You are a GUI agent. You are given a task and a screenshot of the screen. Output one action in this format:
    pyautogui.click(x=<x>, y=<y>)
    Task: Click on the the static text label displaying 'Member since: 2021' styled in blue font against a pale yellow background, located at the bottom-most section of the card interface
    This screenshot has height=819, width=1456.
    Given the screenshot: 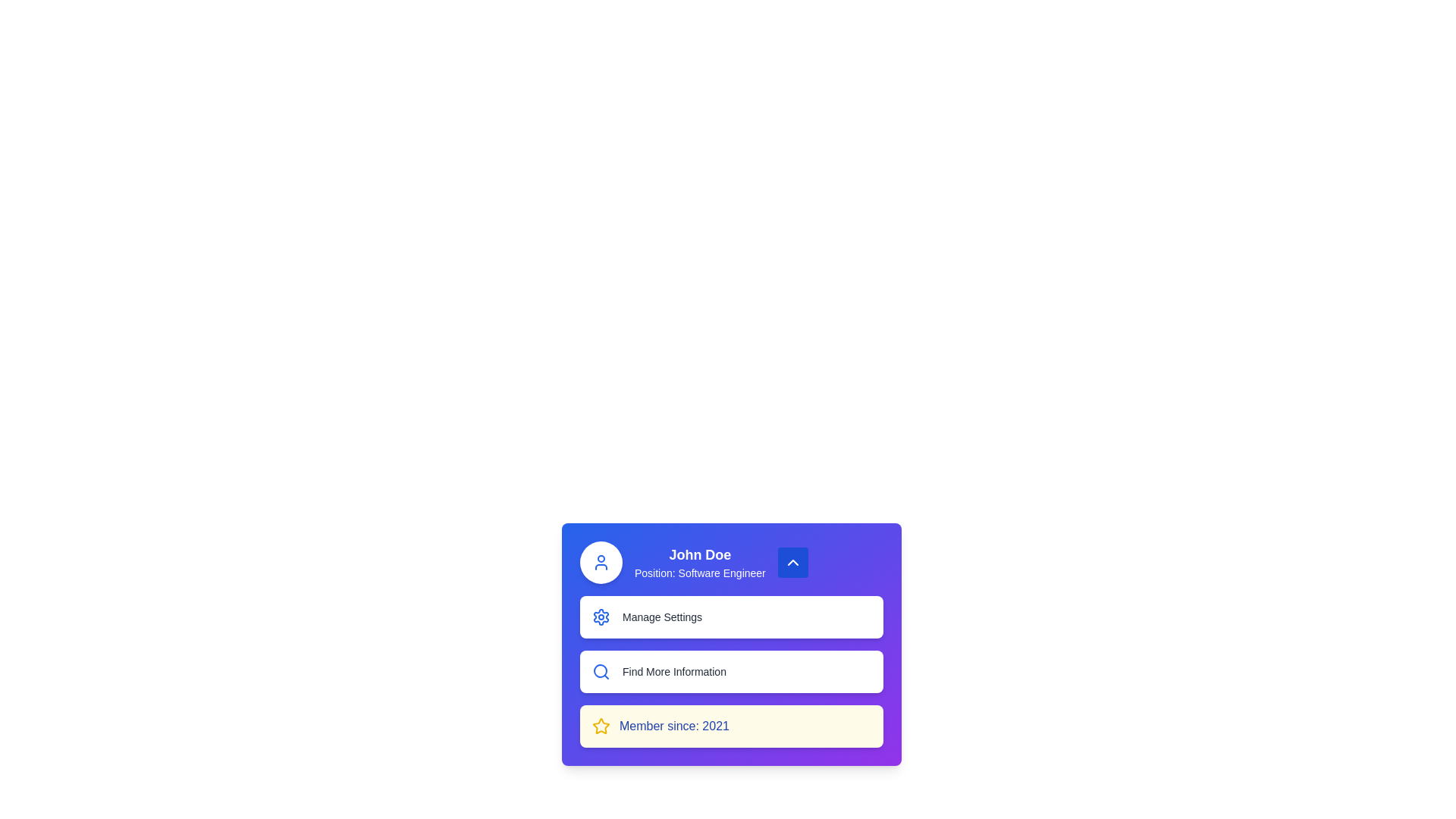 What is the action you would take?
    pyautogui.click(x=673, y=725)
    